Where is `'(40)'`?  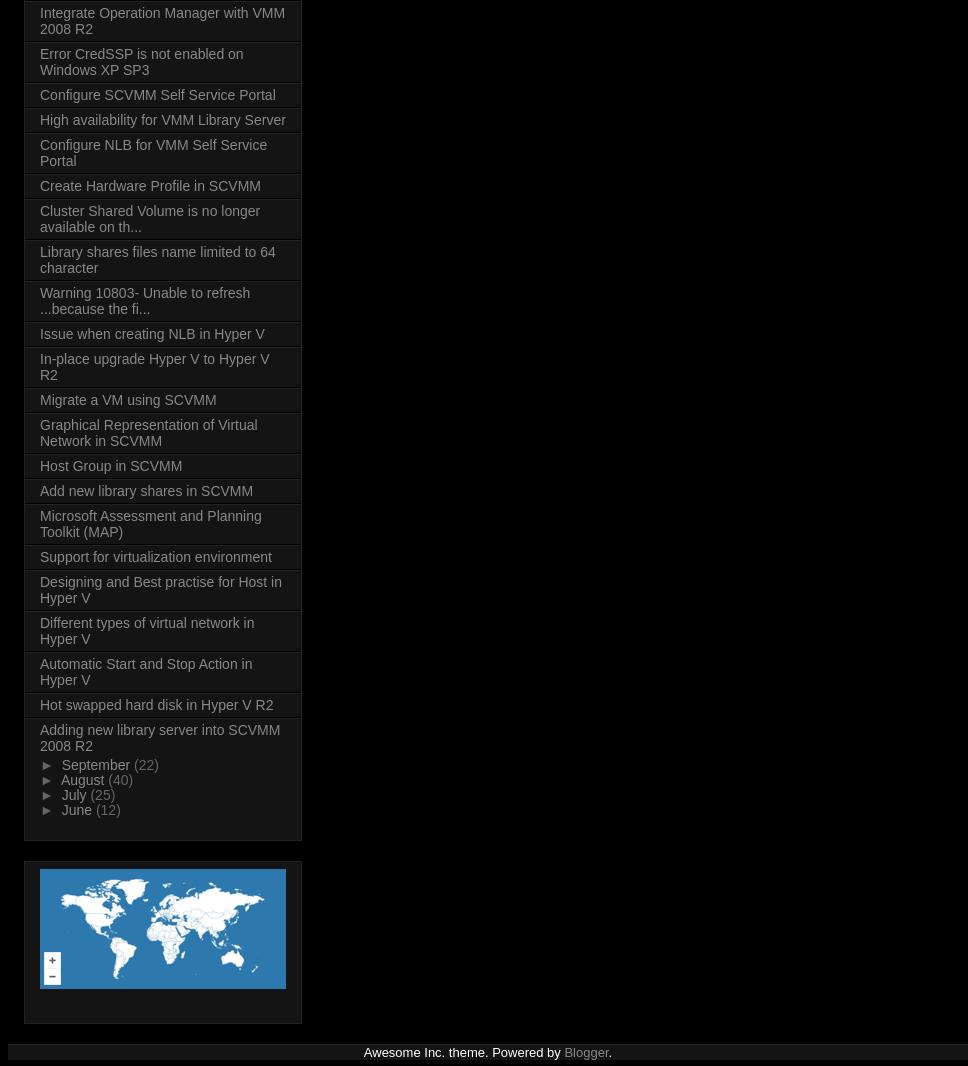 '(40)' is located at coordinates (120, 778).